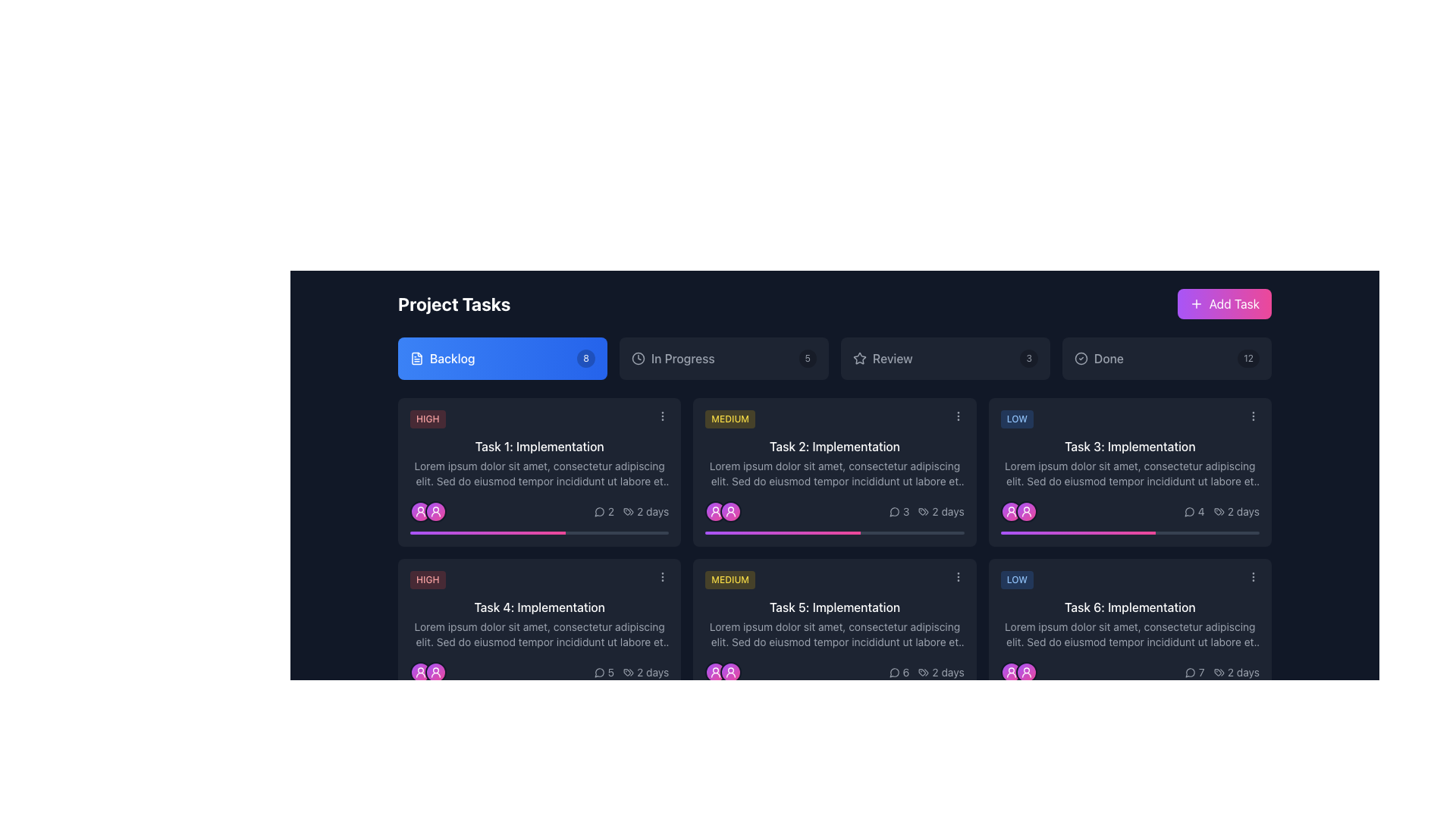 The width and height of the screenshot is (1456, 819). What do you see at coordinates (1189, 672) in the screenshot?
I see `the comment indicator icon located at the bottom right corner of the 'Task 6: Implementation' card, adjacent to the numerical label '7' and the time indicator '2 days'` at bounding box center [1189, 672].